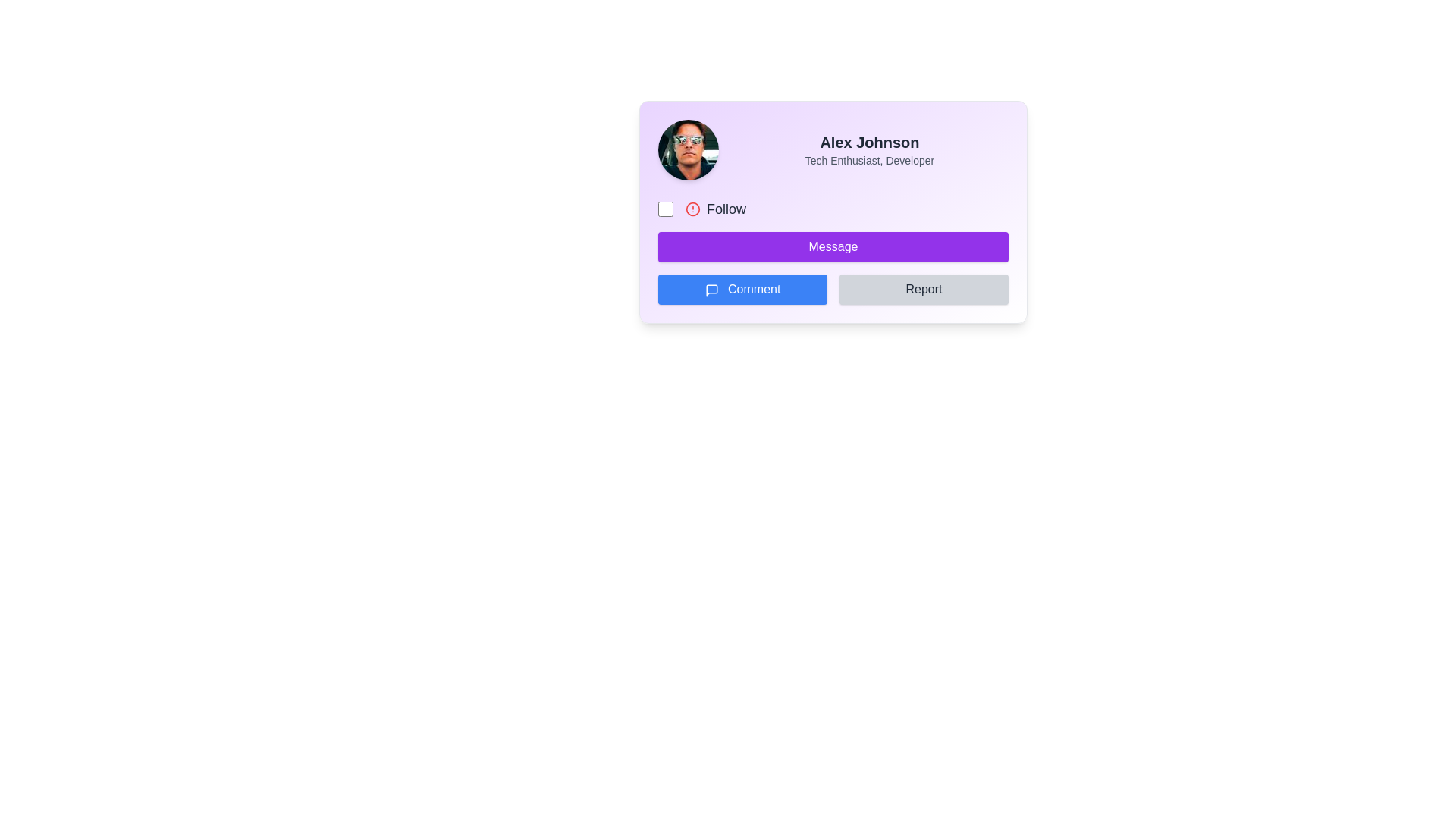 Image resolution: width=1456 pixels, height=819 pixels. Describe the element at coordinates (687, 149) in the screenshot. I see `the circular avatar image displaying a profile picture of a person wearing sunglasses` at that location.